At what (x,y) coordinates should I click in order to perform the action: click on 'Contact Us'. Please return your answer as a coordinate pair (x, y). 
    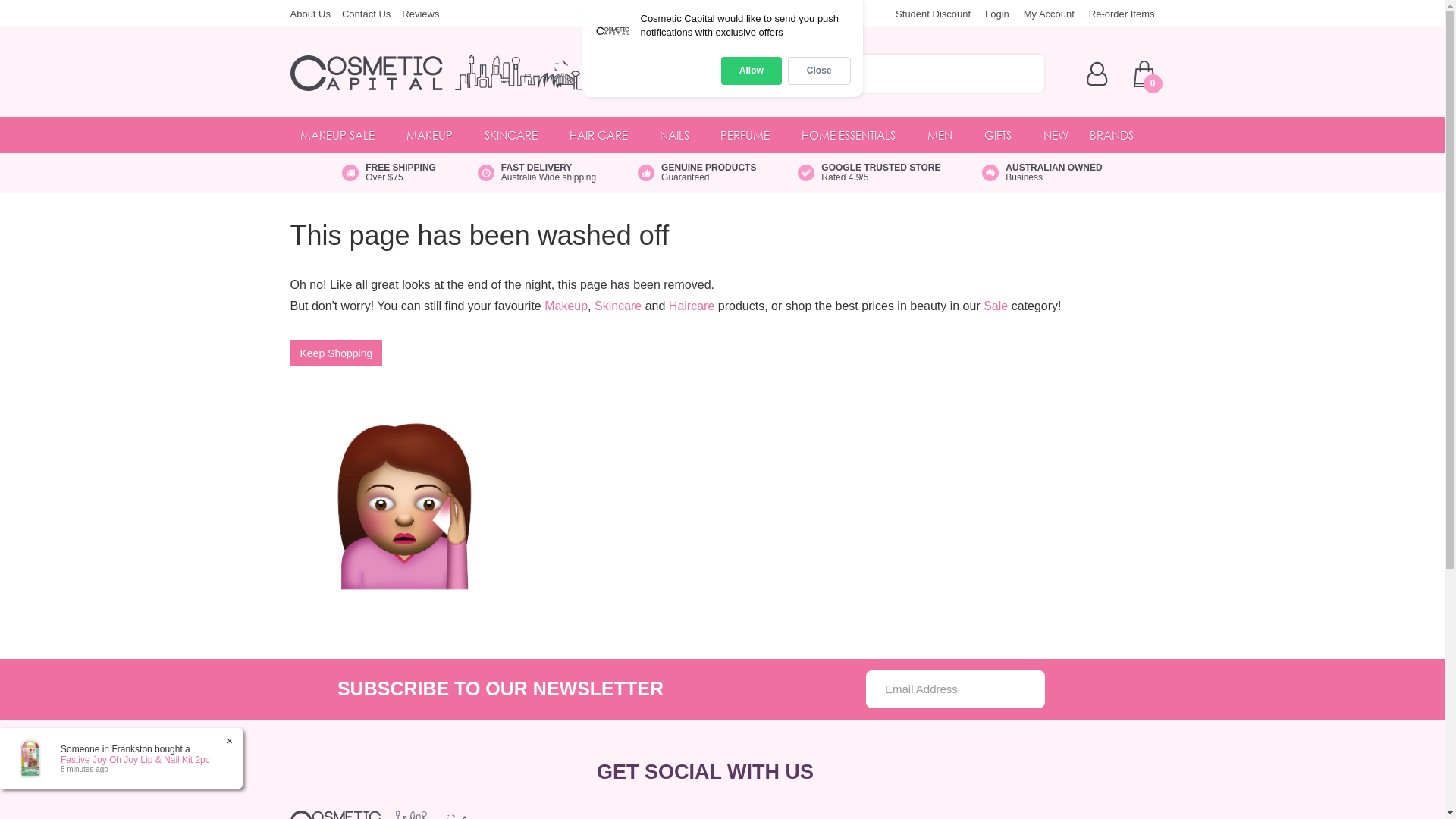
    Looking at the image, I should click on (341, 14).